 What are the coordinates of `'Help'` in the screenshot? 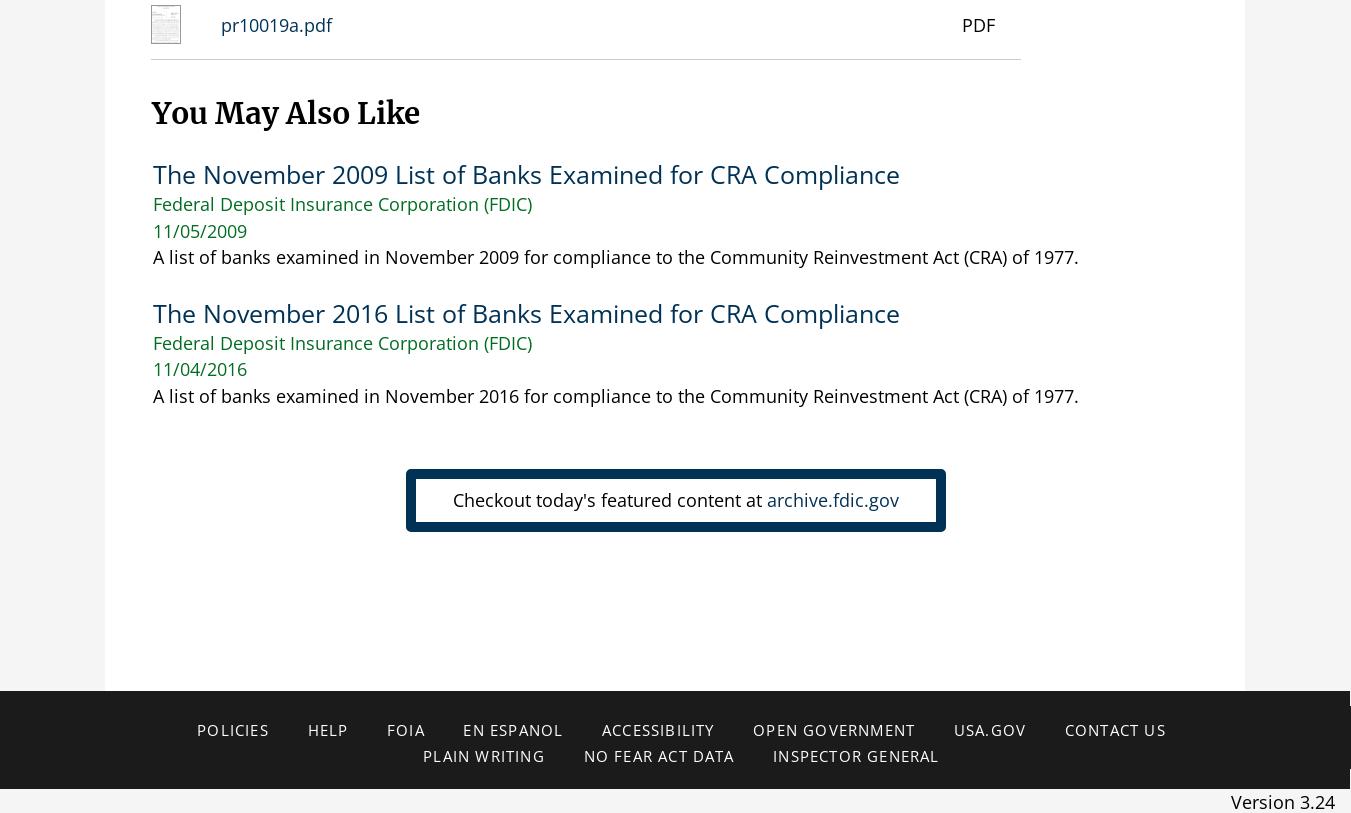 It's located at (327, 729).